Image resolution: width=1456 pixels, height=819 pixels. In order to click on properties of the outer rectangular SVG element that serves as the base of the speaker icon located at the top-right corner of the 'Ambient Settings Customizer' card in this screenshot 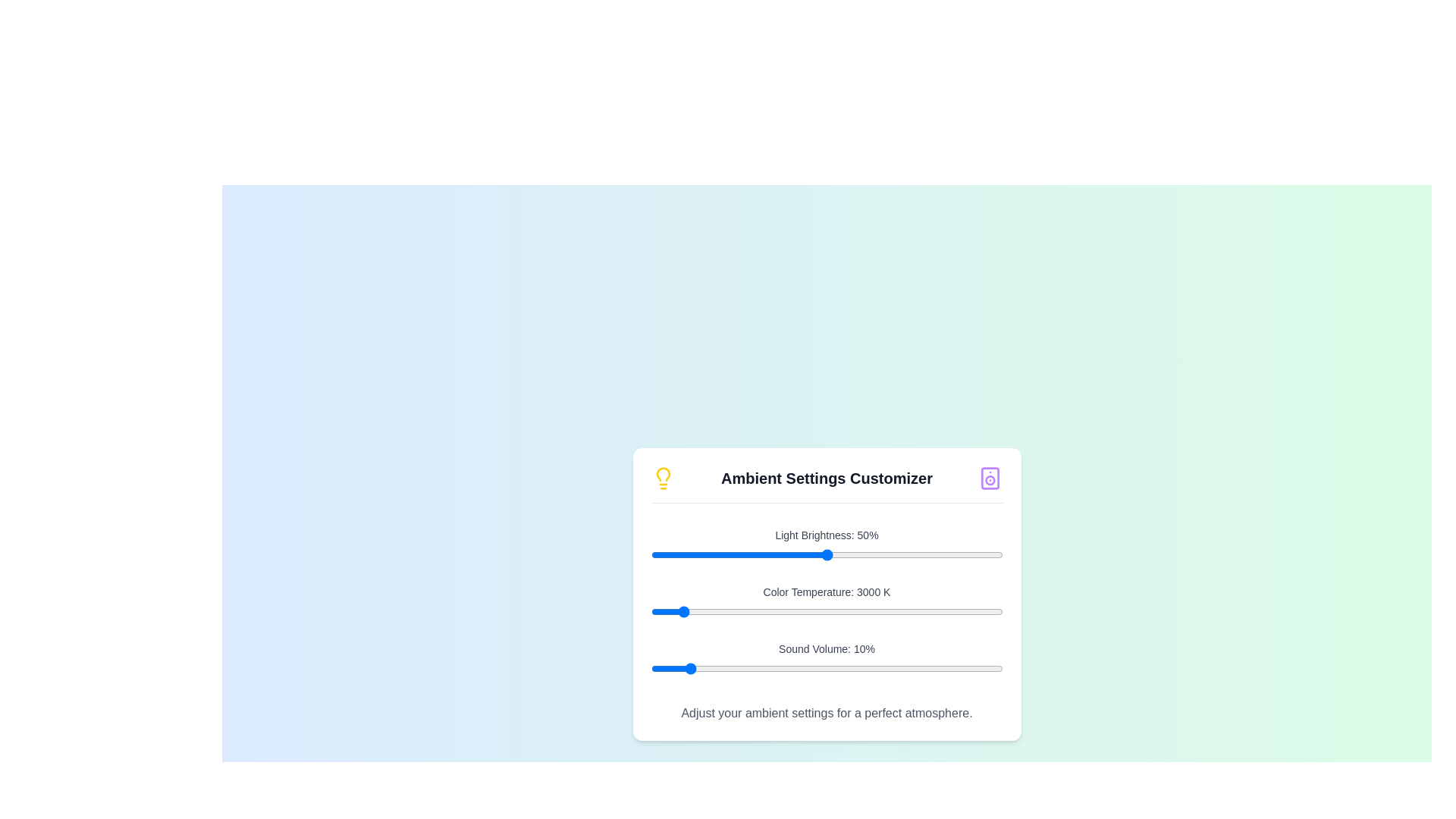, I will do `click(990, 479)`.